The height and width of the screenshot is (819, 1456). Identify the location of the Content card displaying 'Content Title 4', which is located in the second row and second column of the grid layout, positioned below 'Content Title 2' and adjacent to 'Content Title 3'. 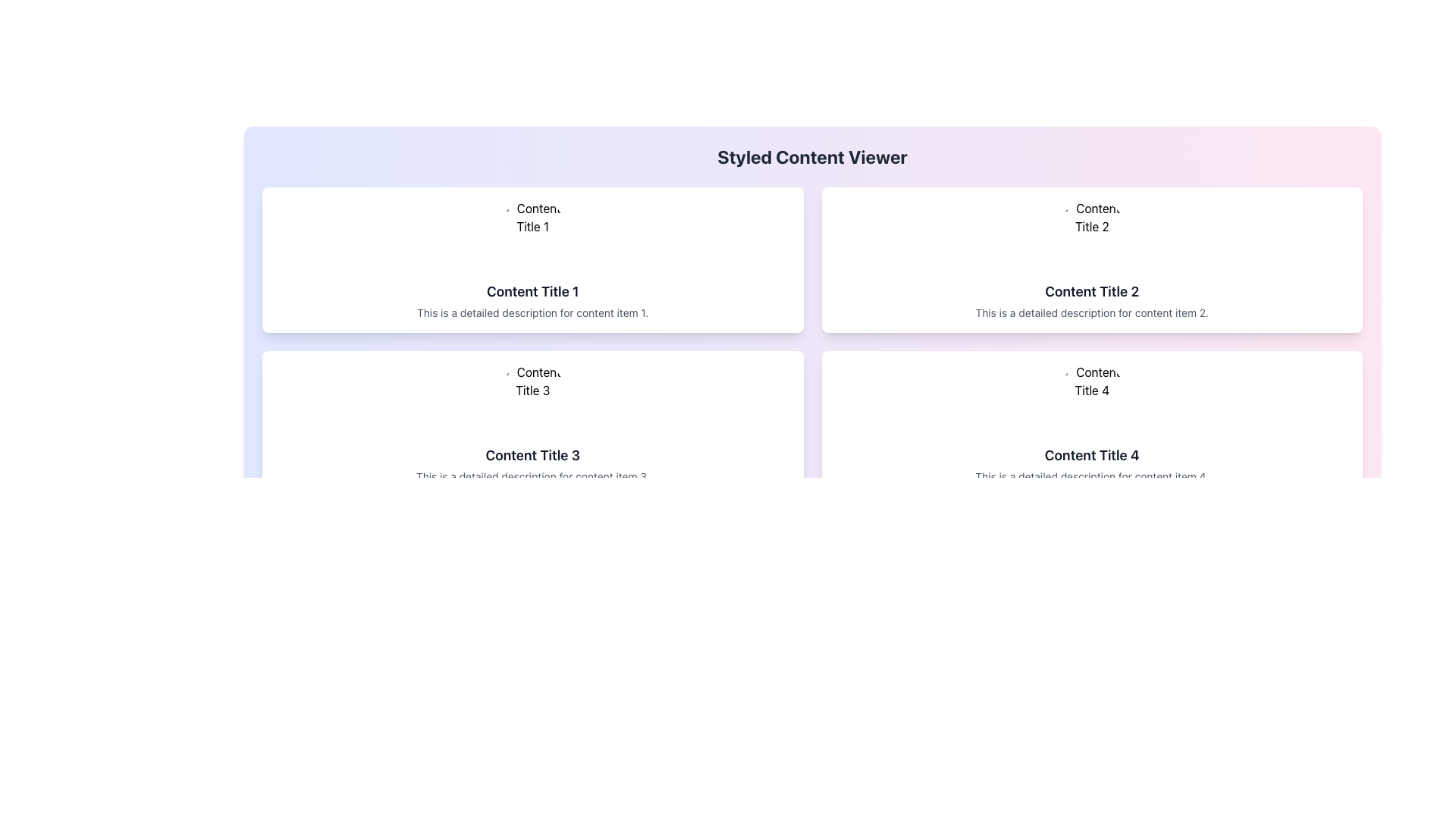
(1092, 424).